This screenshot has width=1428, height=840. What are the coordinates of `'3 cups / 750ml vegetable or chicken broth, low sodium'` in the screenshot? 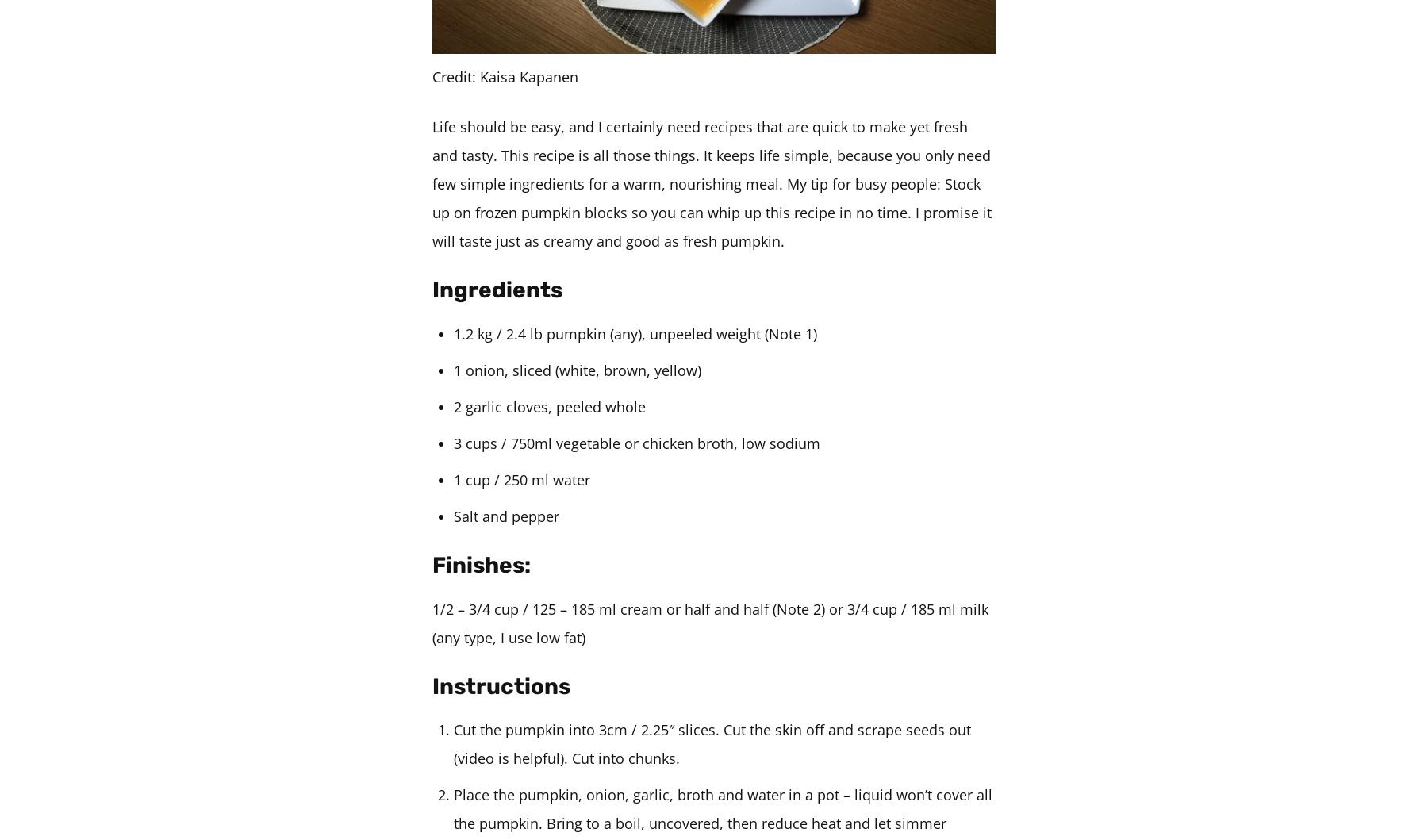 It's located at (636, 441).